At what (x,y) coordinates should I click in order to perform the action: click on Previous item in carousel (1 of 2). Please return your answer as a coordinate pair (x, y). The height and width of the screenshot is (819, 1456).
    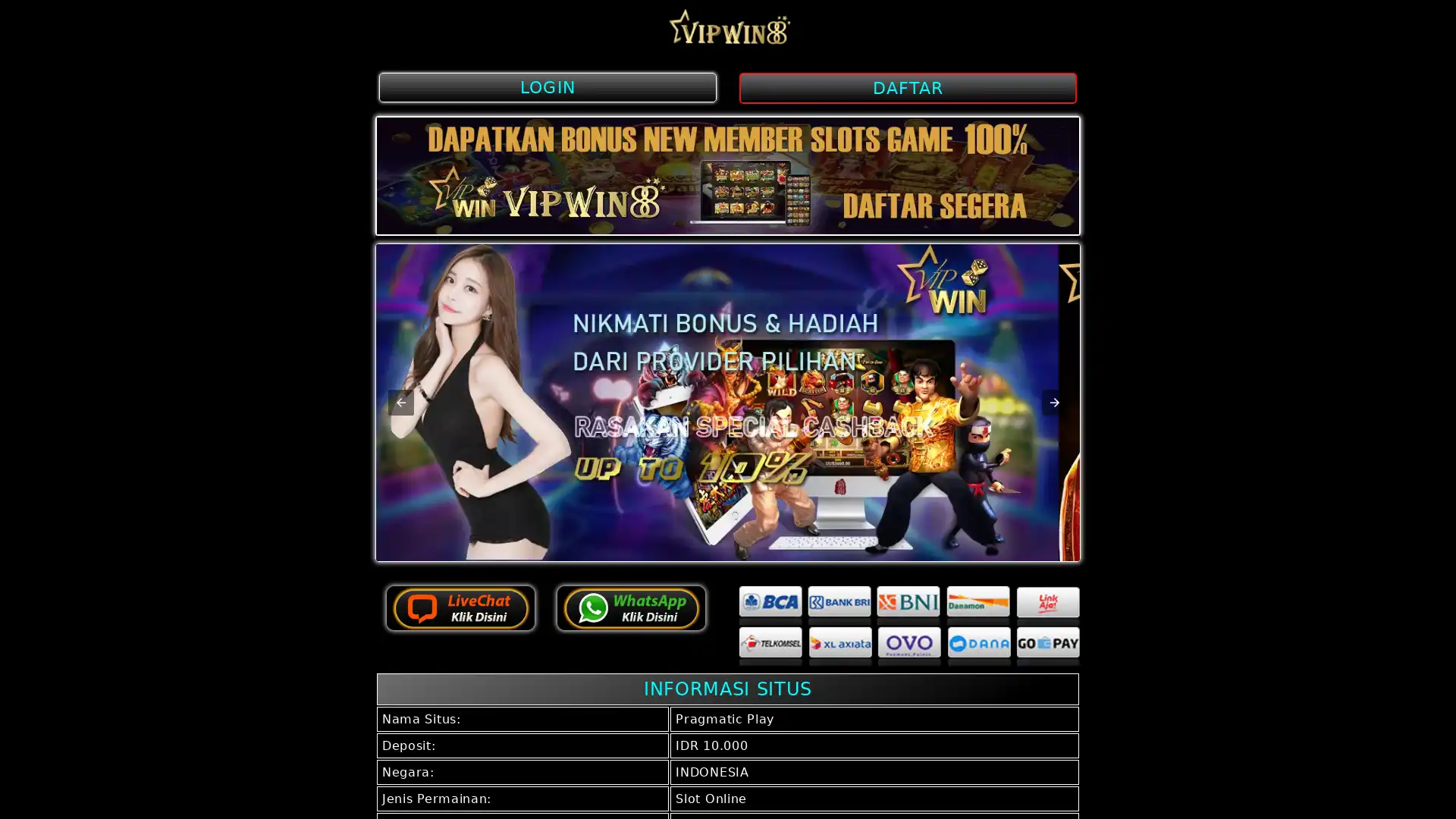
    Looking at the image, I should click on (400, 402).